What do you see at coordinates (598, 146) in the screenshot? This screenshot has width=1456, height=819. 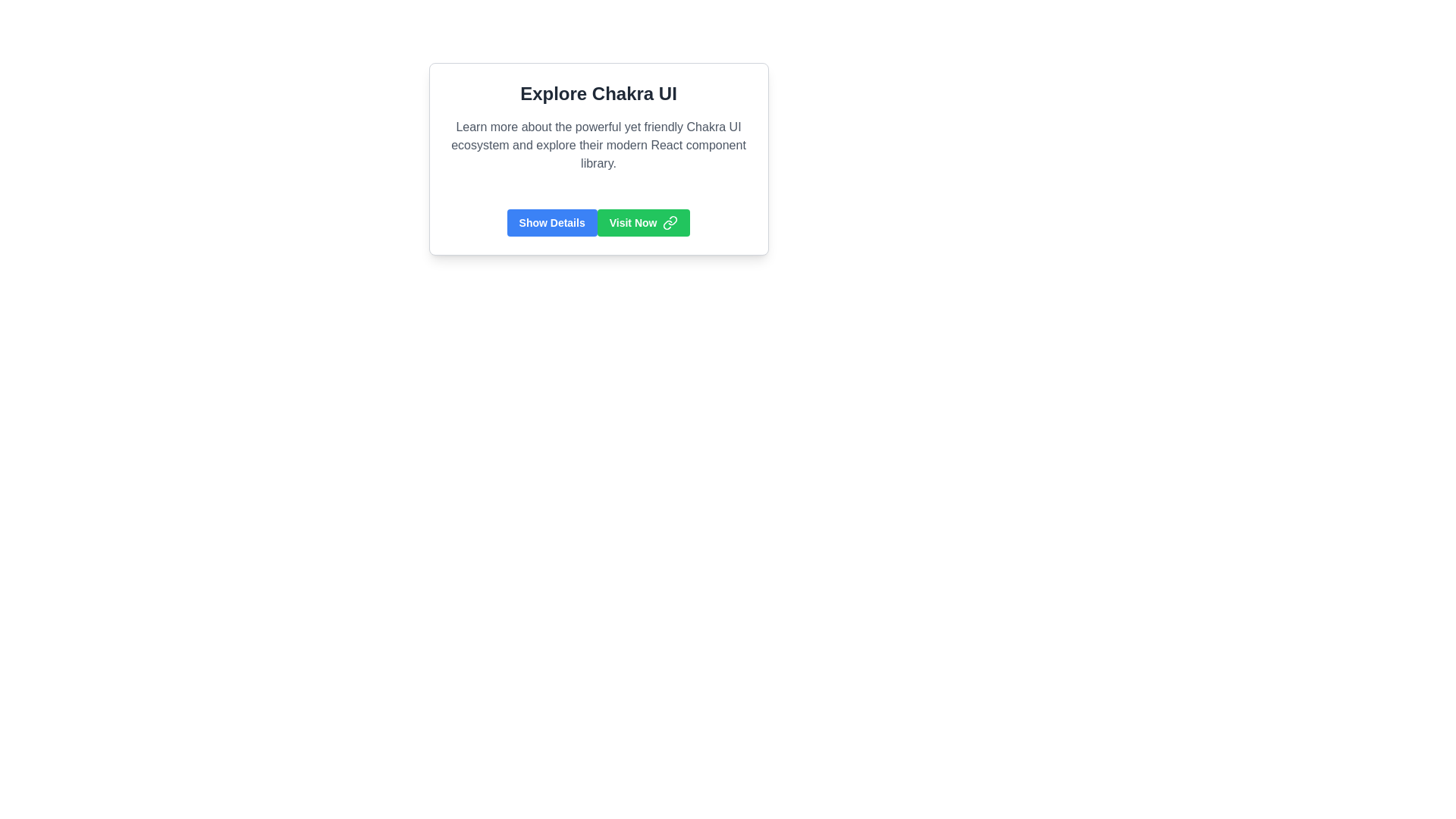 I see `text block containing the content 'Learn more about the powerful yet friendly Chakra UI ecosystem and explore their modern React component library.', which is aligned left and located beneath the header 'Explore Chakra UI'` at bounding box center [598, 146].